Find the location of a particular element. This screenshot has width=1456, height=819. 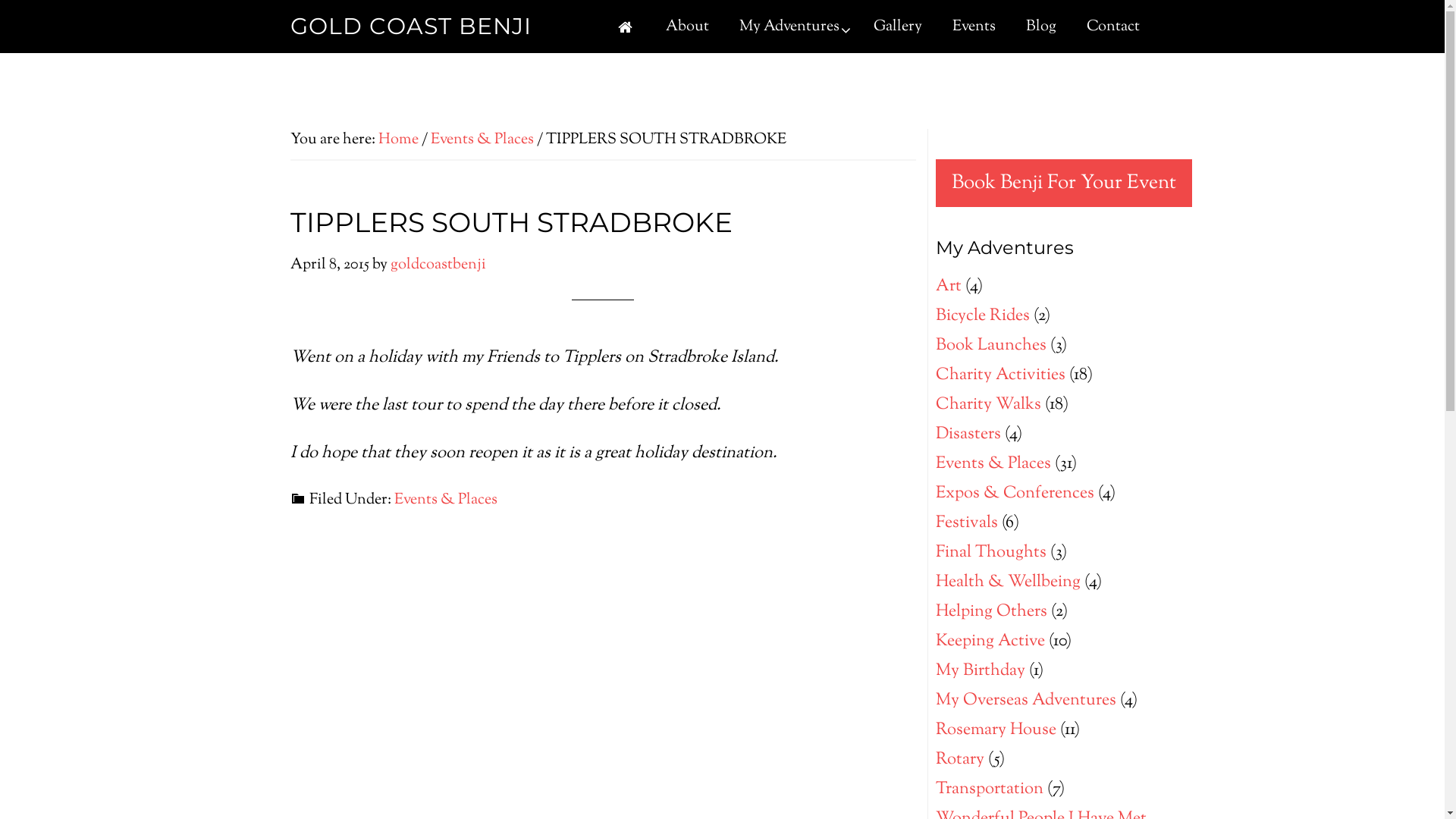

'Festivals' is located at coordinates (966, 522).